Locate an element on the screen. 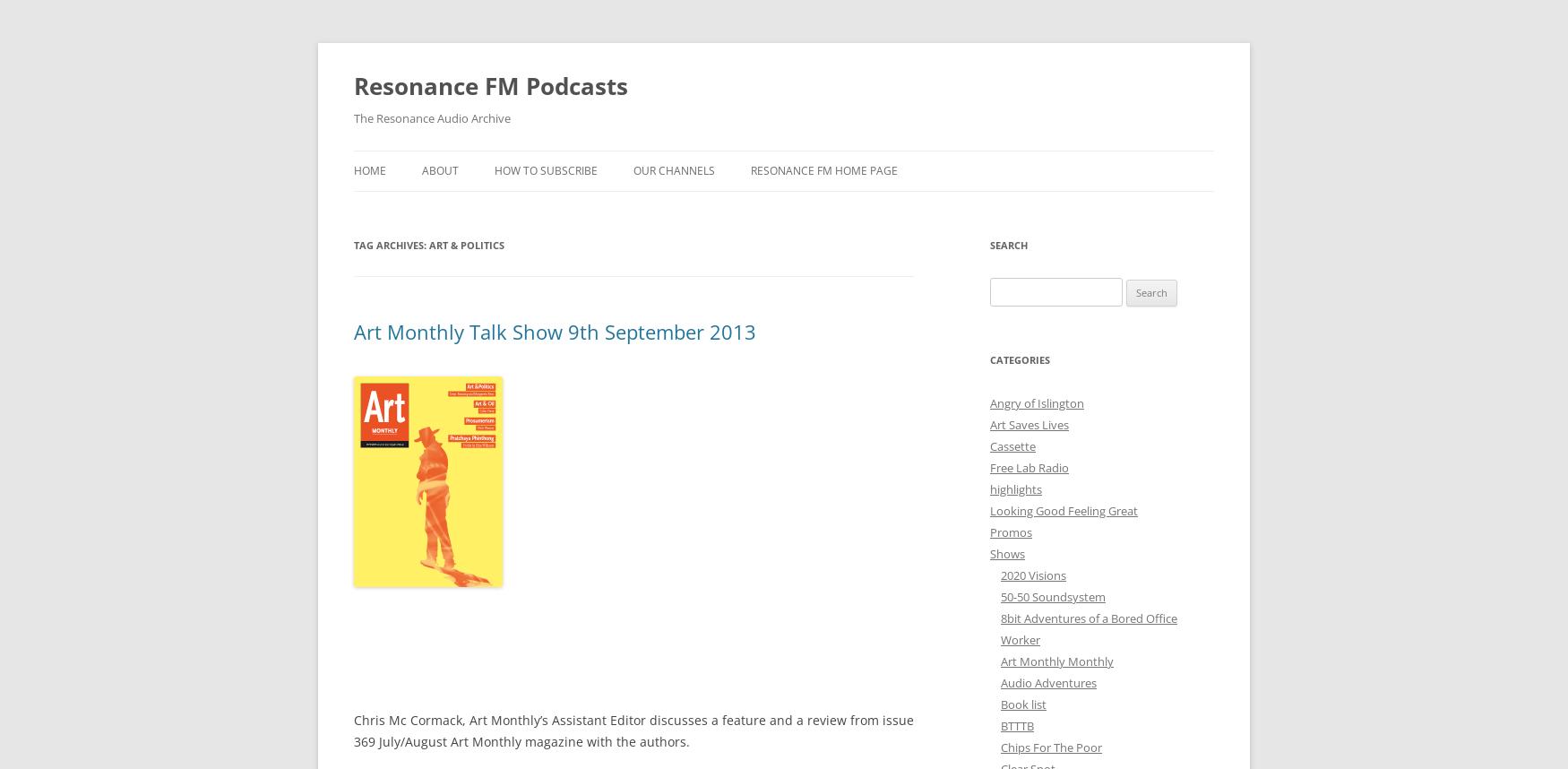  'Tag Archives:' is located at coordinates (352, 245).